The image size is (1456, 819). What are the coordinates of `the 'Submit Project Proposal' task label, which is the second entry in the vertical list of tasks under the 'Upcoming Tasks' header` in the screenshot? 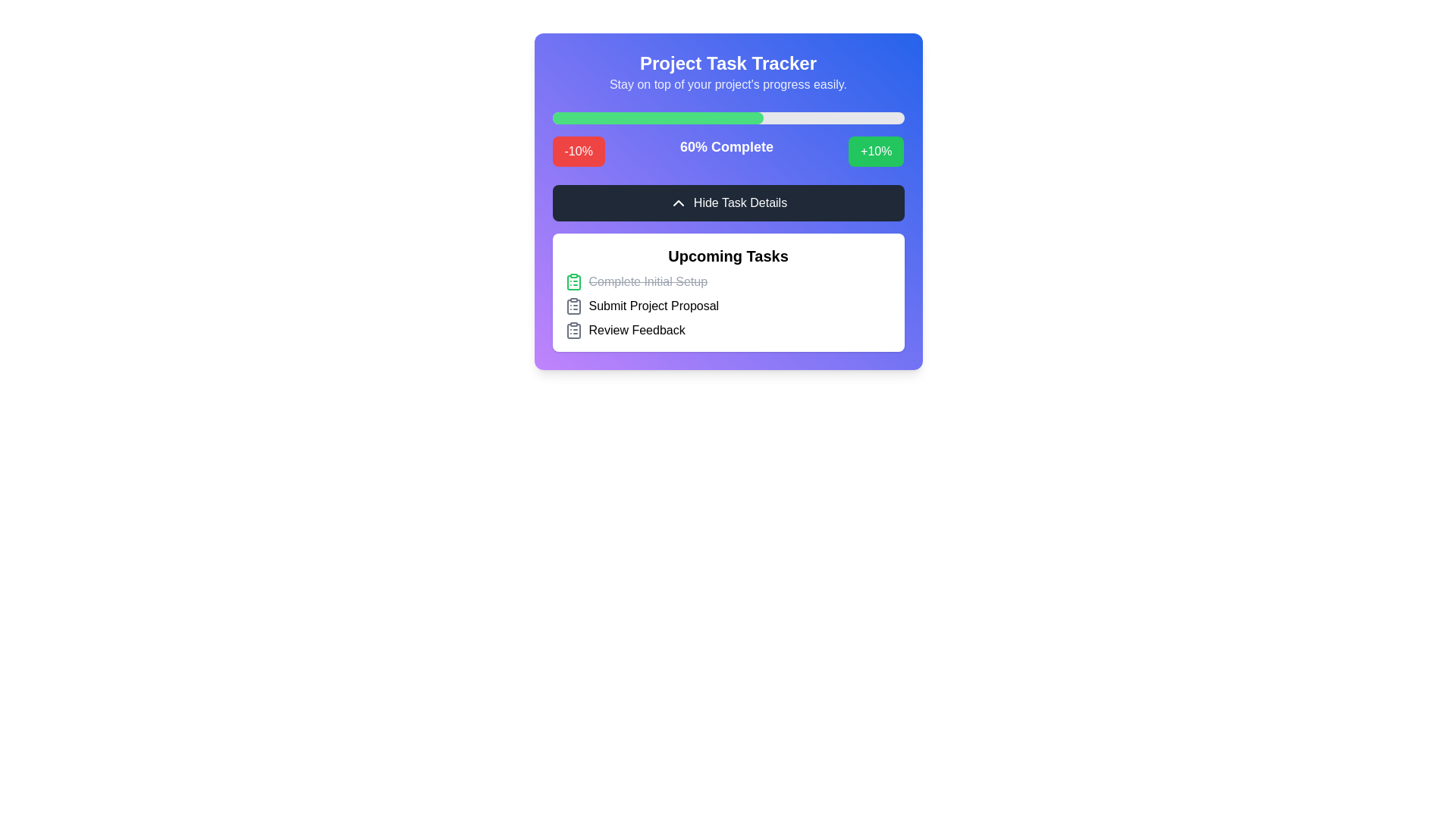 It's located at (654, 306).